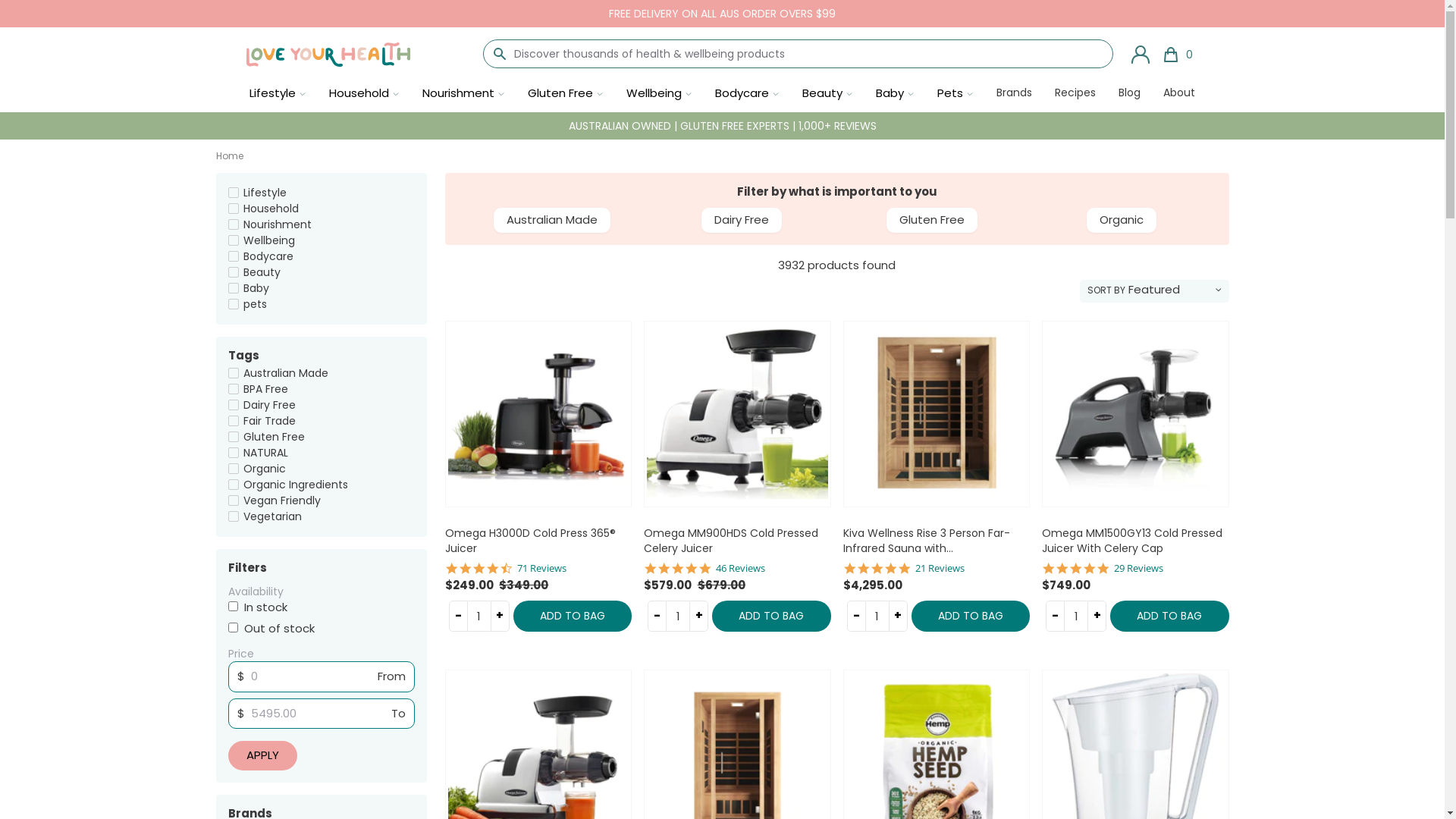 Image resolution: width=1456 pixels, height=819 pixels. Describe the element at coordinates (243, 304) in the screenshot. I see `'pets'` at that location.